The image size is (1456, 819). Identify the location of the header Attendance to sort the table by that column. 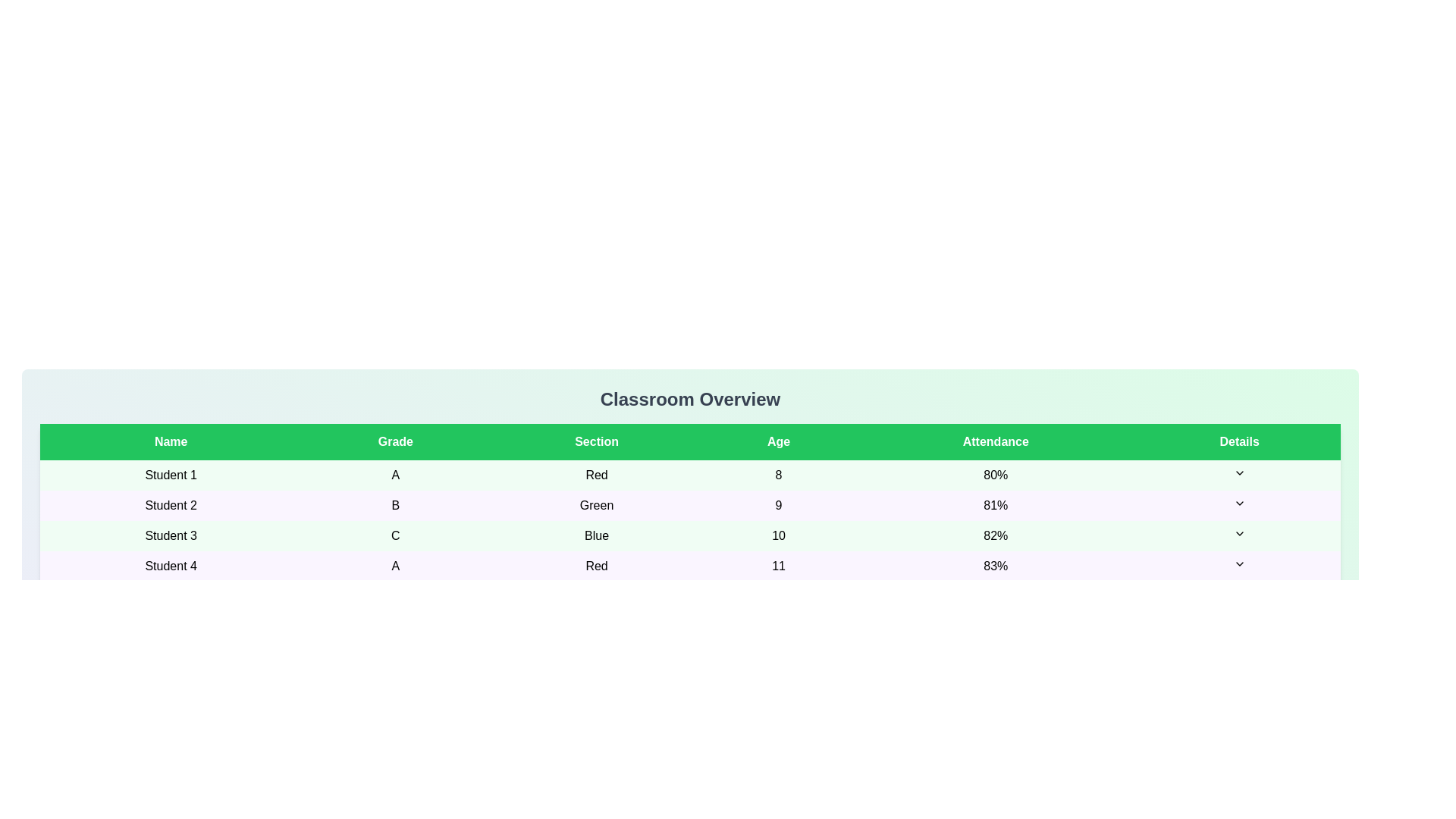
(996, 441).